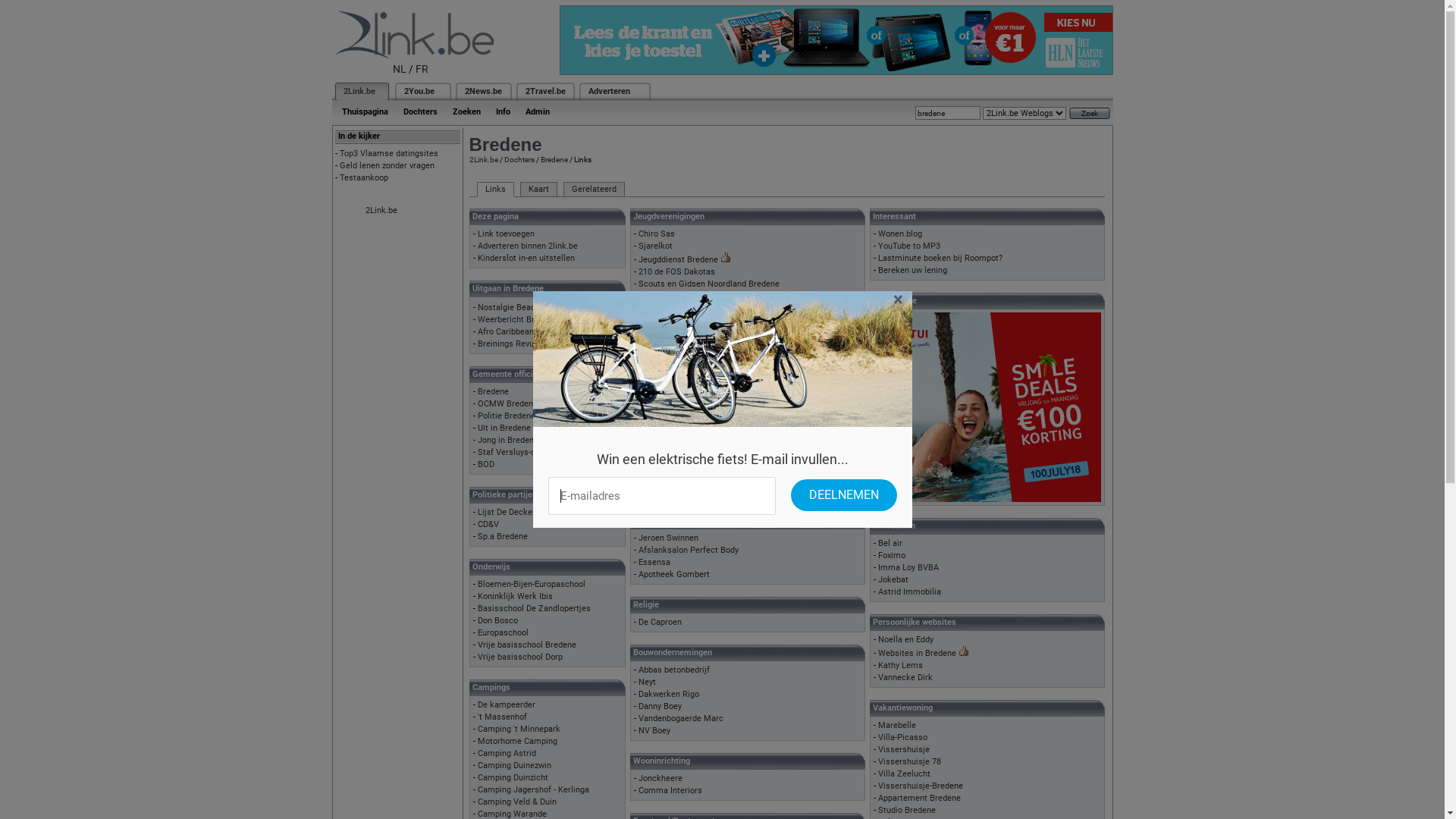  I want to click on 'Noella en Eddy', so click(905, 639).